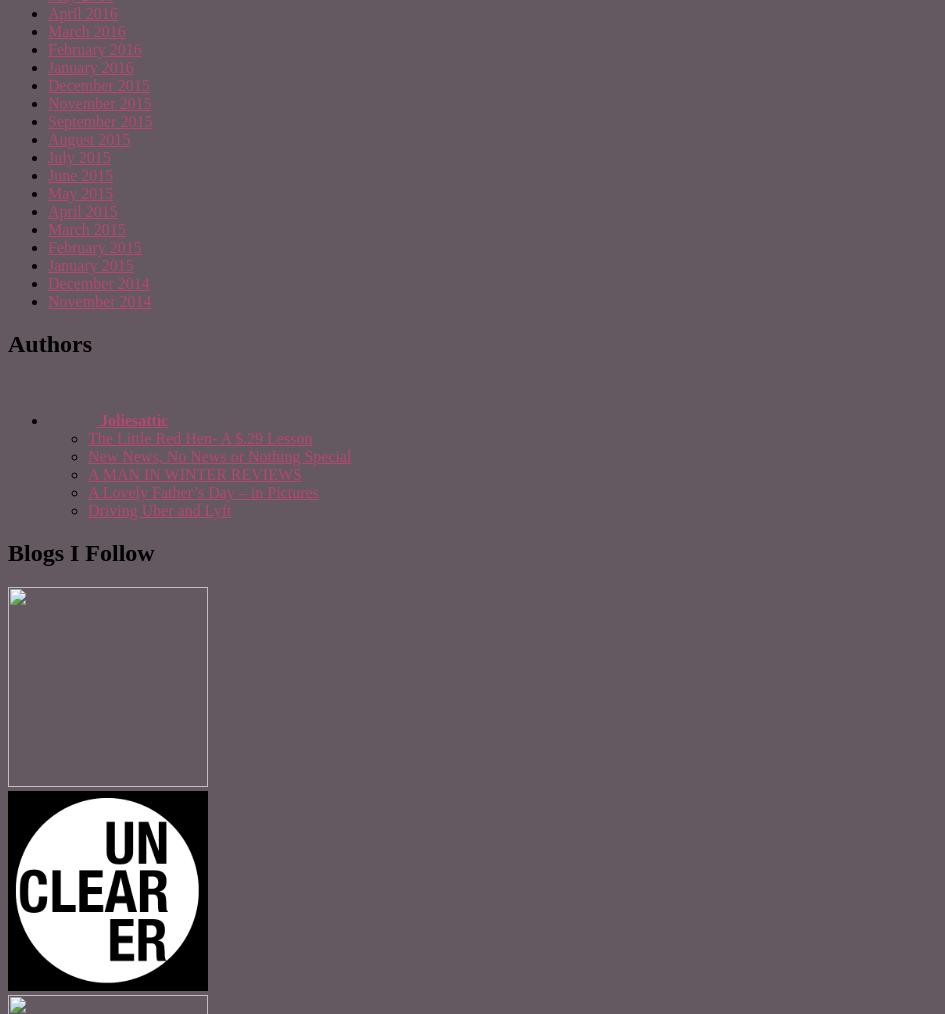 The height and width of the screenshot is (1014, 945). Describe the element at coordinates (48, 84) in the screenshot. I see `'December 2015'` at that location.